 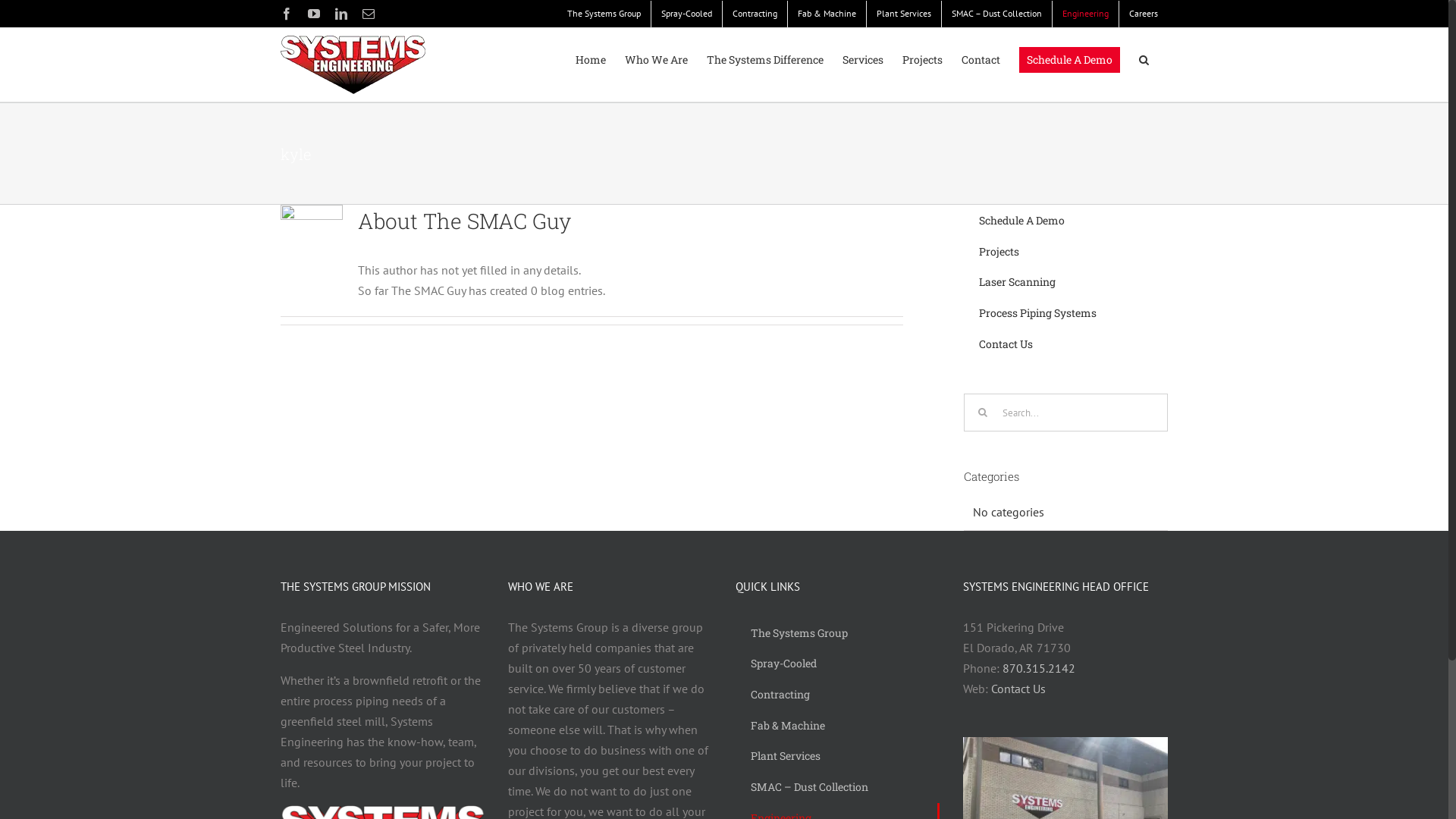 I want to click on 'YouTube', so click(x=312, y=14).